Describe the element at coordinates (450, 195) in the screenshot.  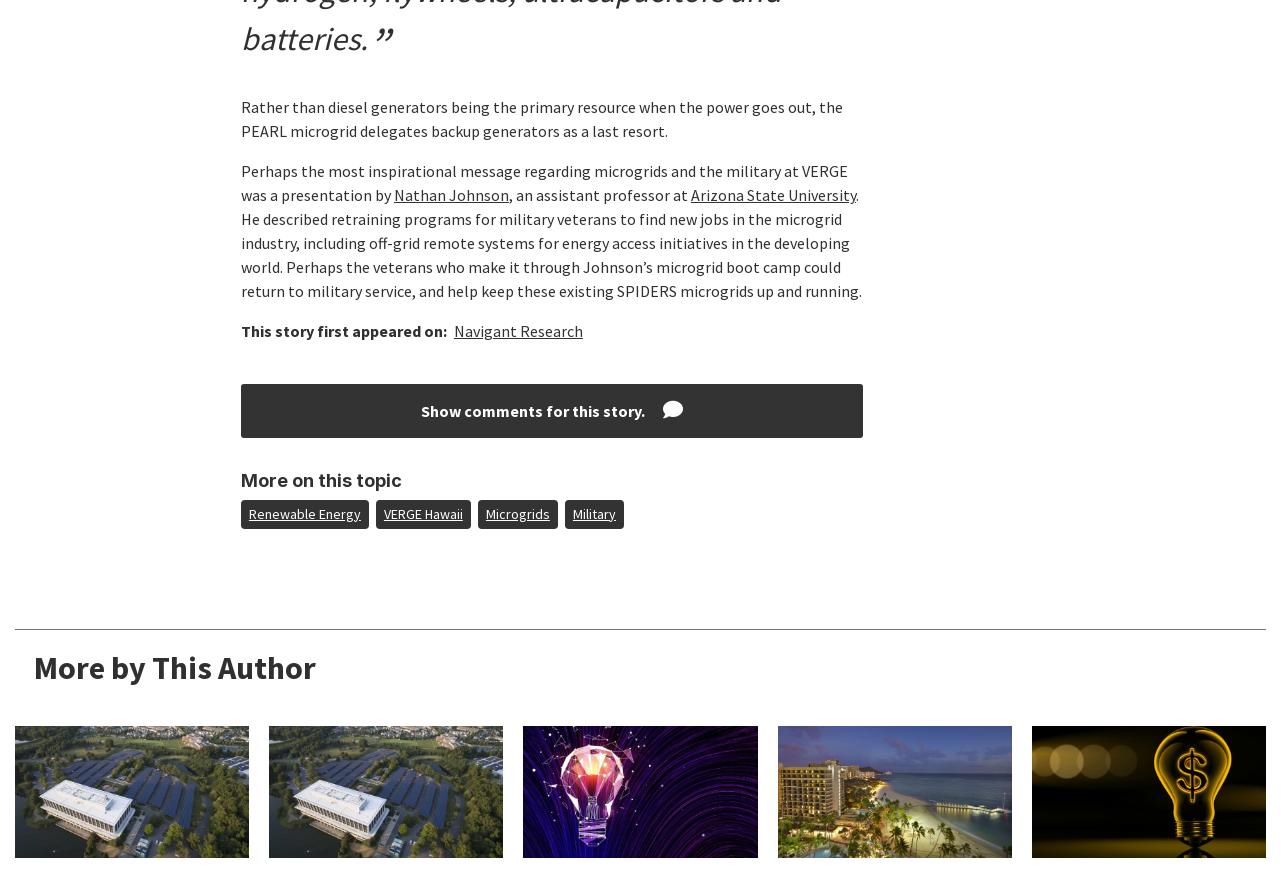
I see `'Nathan Johnson'` at that location.